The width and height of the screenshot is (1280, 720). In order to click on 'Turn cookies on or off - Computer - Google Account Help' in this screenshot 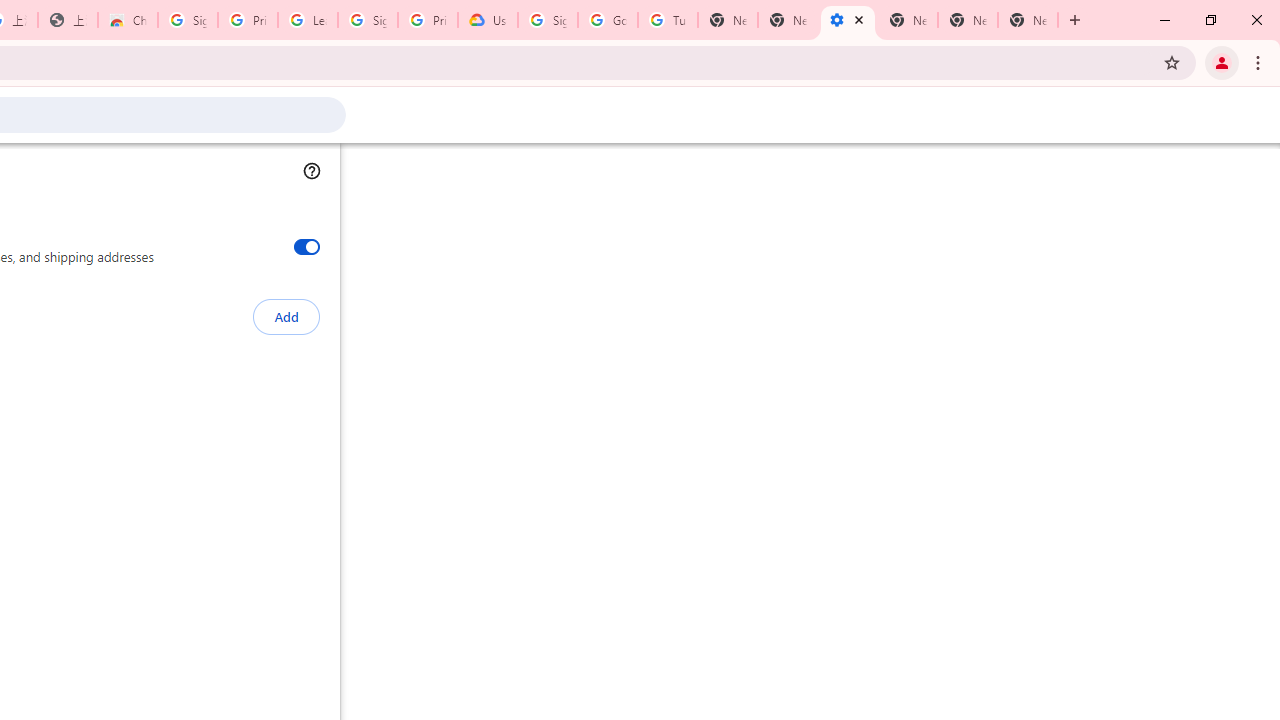, I will do `click(667, 20)`.